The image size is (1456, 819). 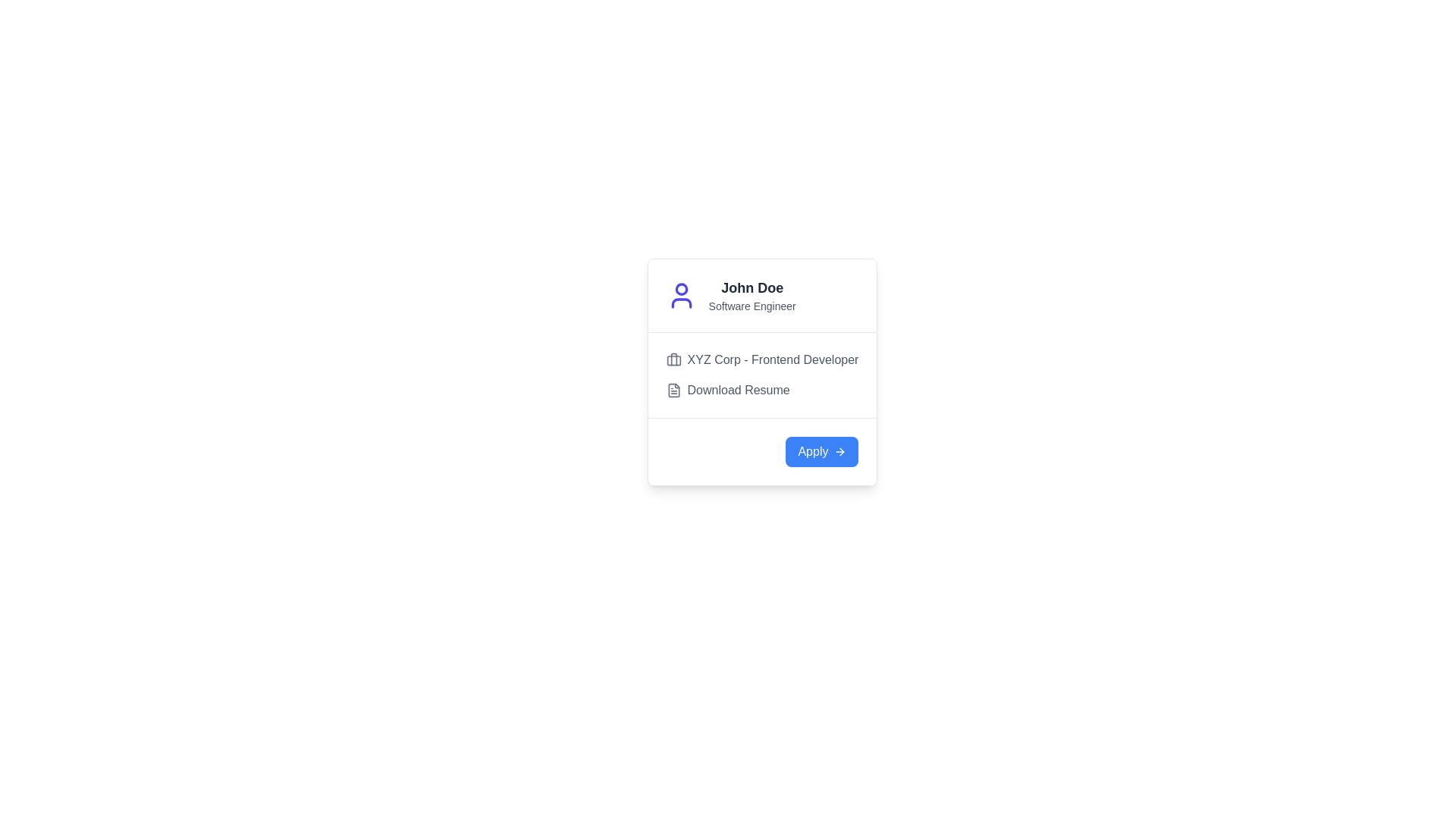 I want to click on the text label within the button located in the lower section of the user profile card, so click(x=812, y=451).